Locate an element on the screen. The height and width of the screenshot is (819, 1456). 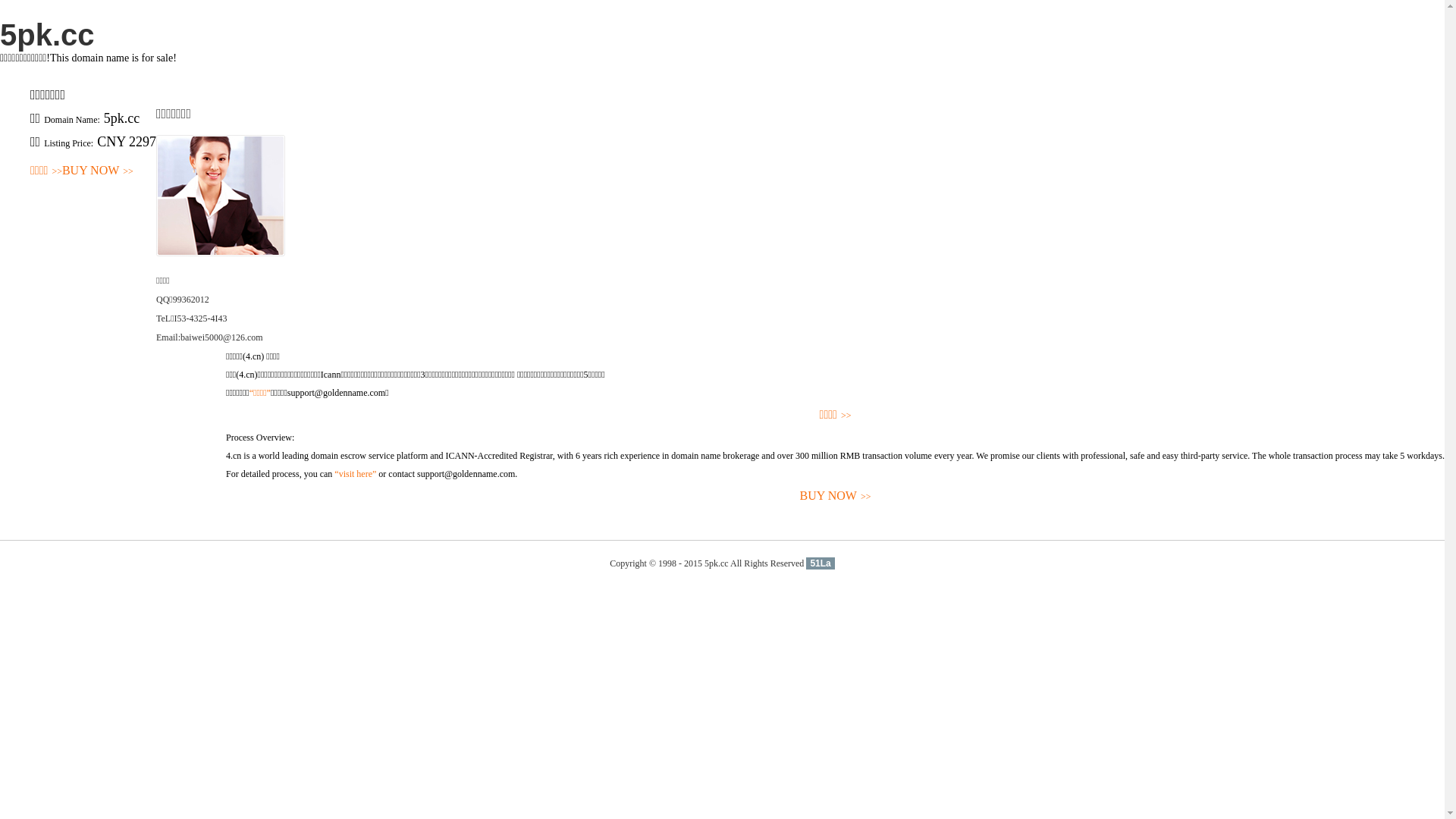
'BUY NOW>>' is located at coordinates (97, 171).